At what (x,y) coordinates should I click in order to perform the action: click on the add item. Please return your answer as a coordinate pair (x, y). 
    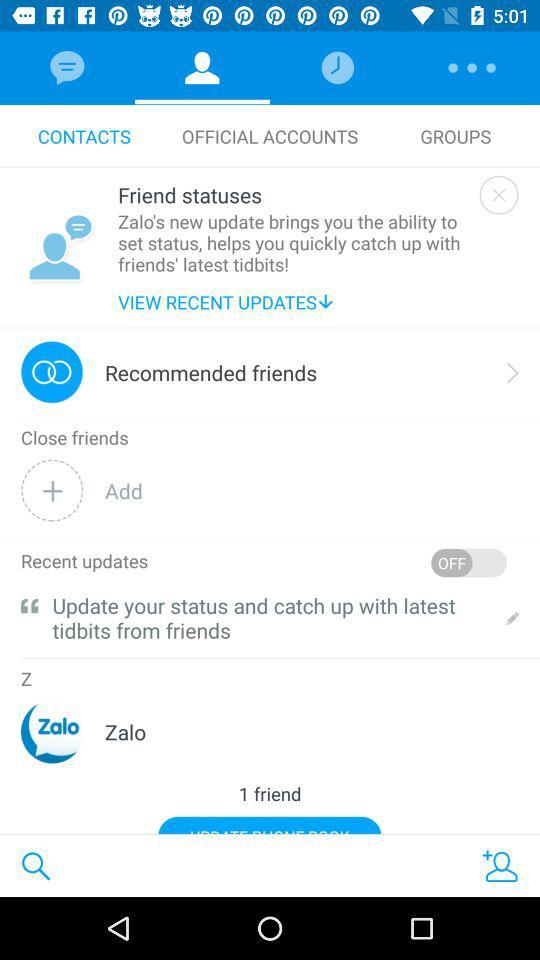
    Looking at the image, I should click on (312, 489).